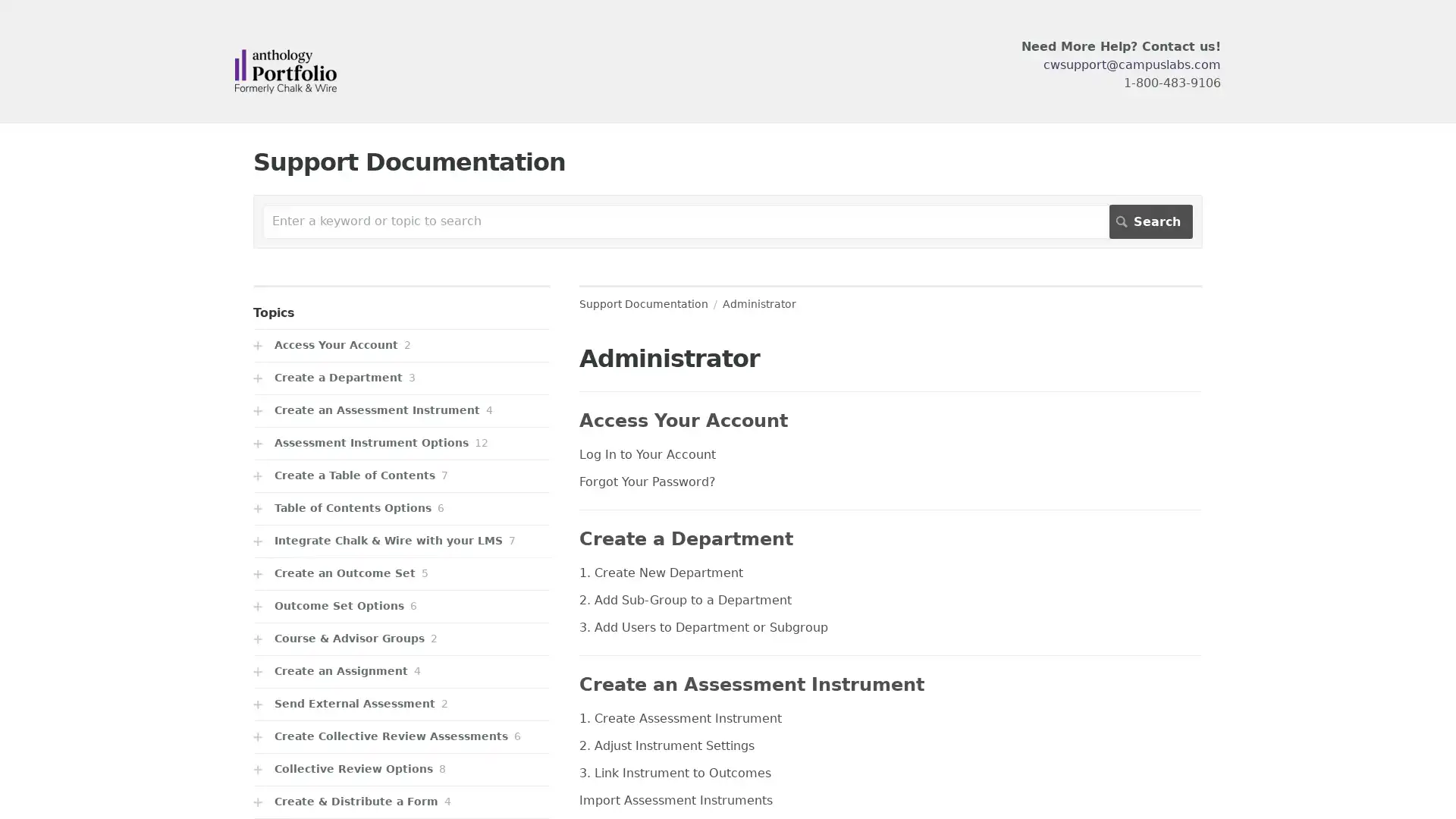 This screenshot has width=1456, height=819. What do you see at coordinates (401, 736) in the screenshot?
I see `Create Collective Review Assessments 6` at bounding box center [401, 736].